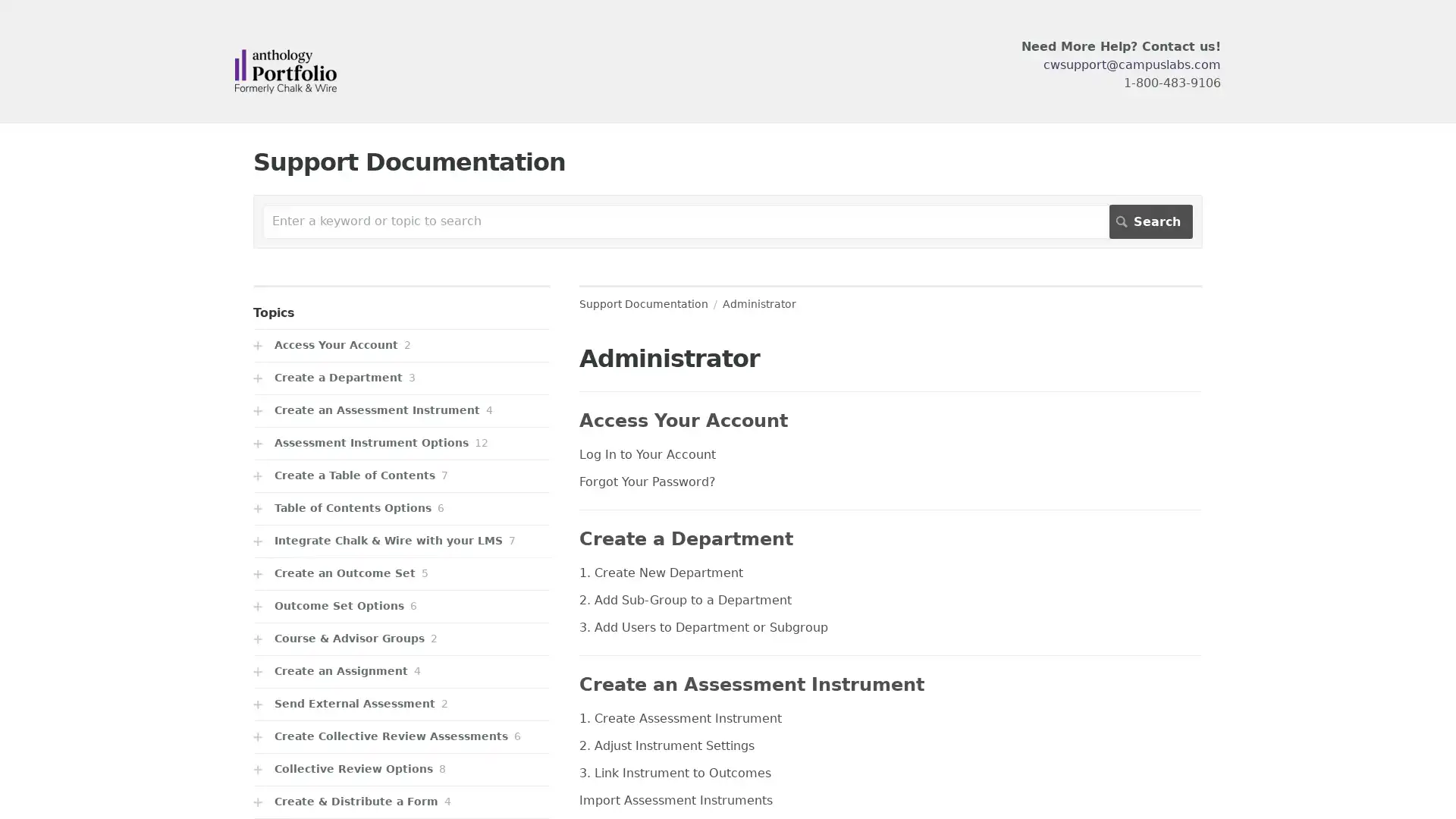 This screenshot has width=1456, height=819. What do you see at coordinates (401, 736) in the screenshot?
I see `Create Collective Review Assessments 6` at bounding box center [401, 736].